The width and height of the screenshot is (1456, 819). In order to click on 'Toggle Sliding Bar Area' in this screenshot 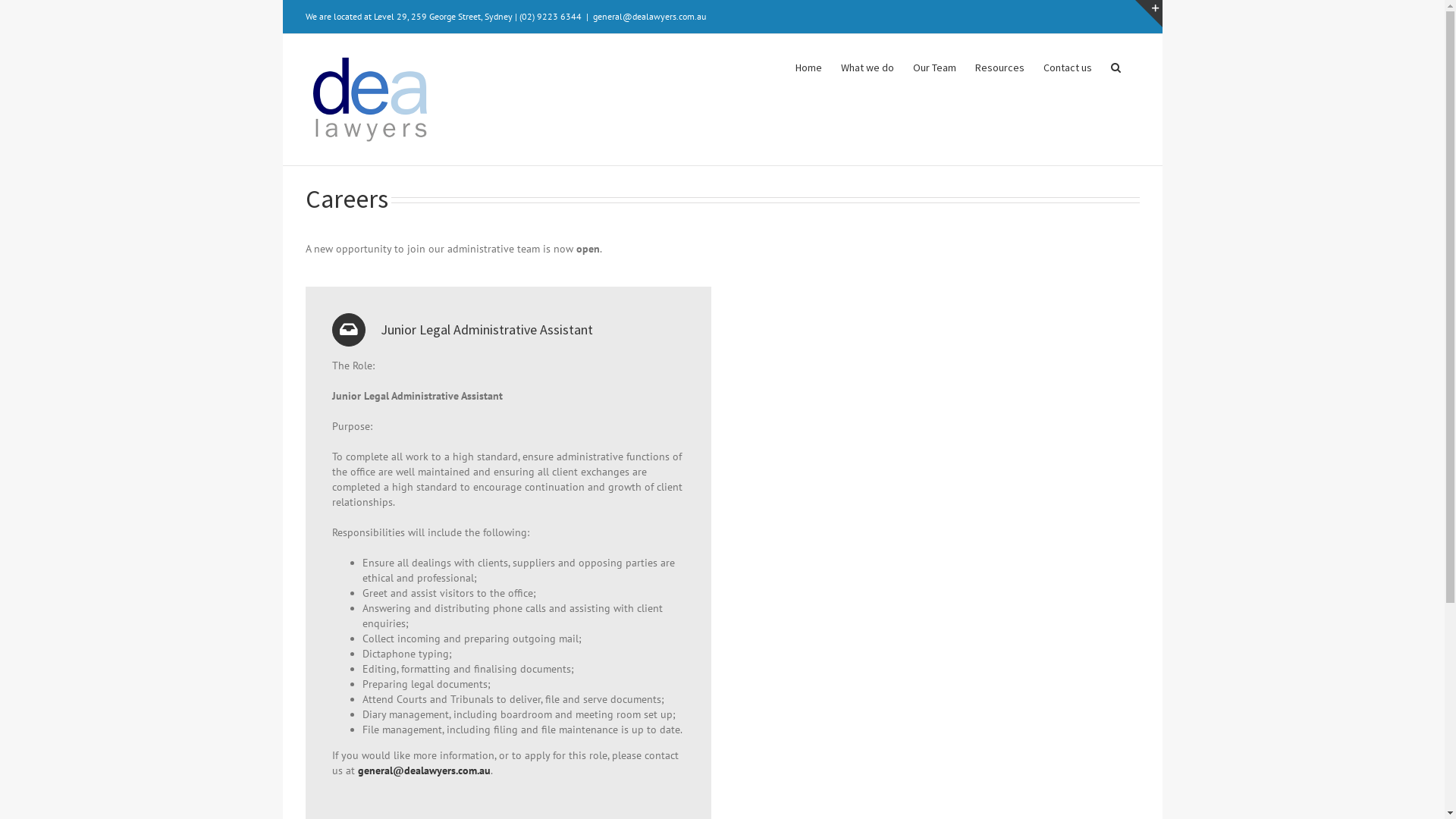, I will do `click(1147, 14)`.